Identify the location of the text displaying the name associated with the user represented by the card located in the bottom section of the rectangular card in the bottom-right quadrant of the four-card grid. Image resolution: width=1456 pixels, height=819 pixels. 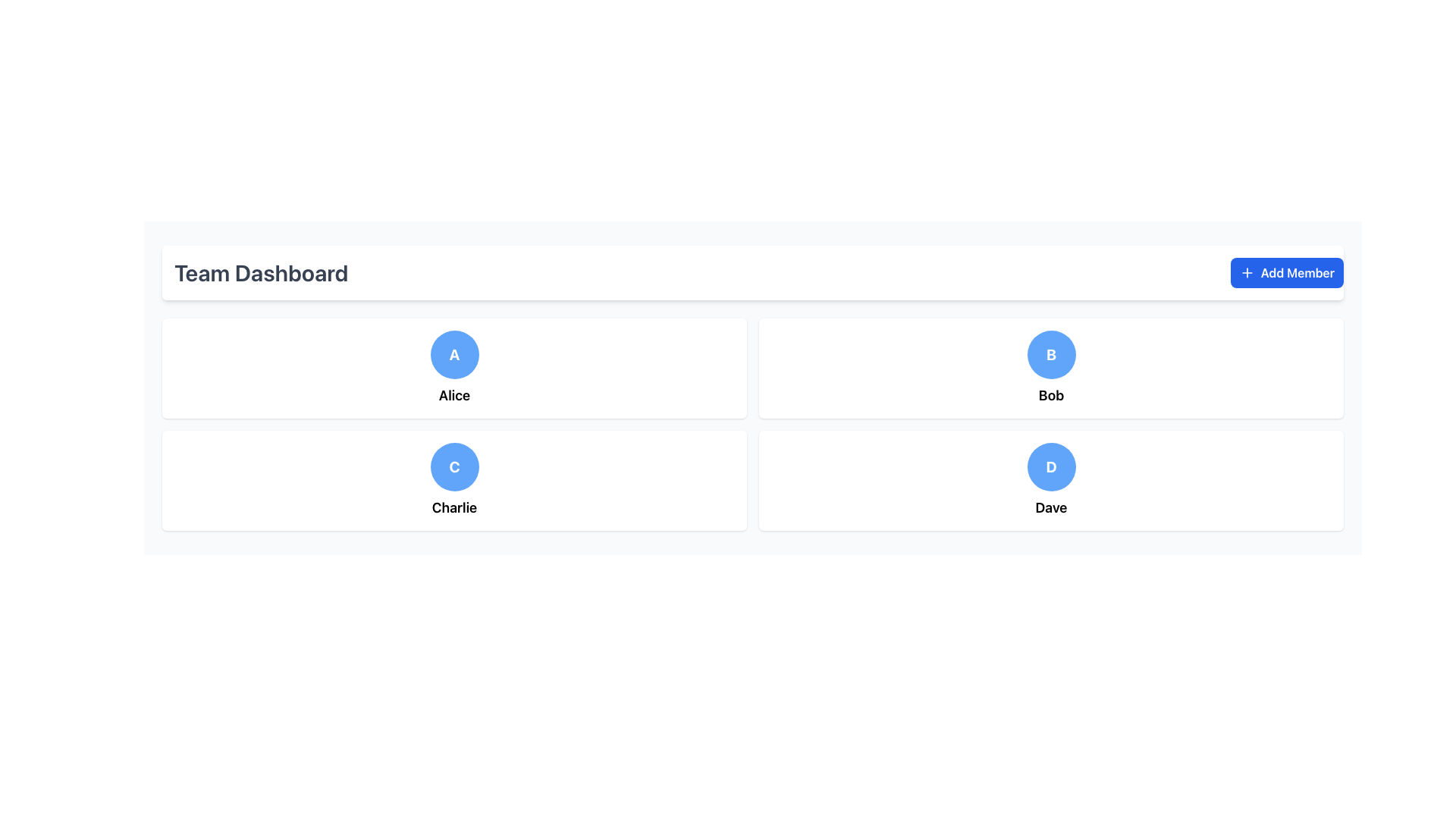
(1050, 508).